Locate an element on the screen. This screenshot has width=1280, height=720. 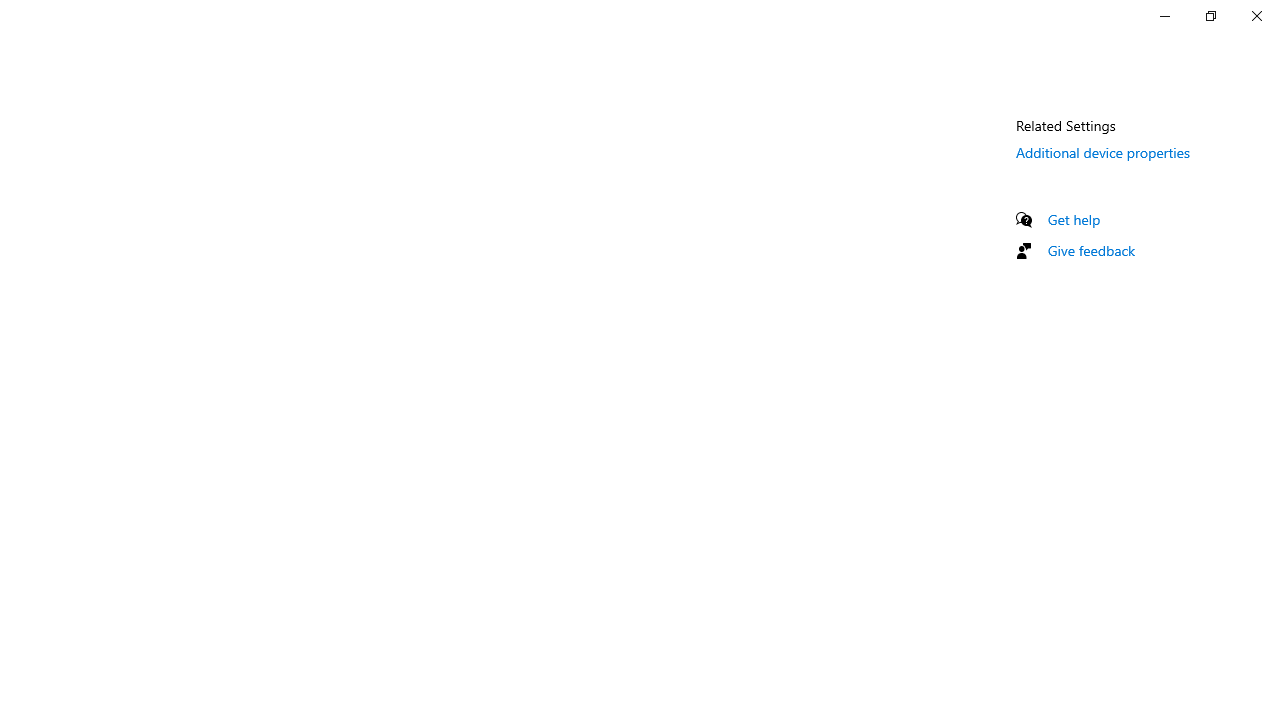
'Minimize Settings' is located at coordinates (1164, 15).